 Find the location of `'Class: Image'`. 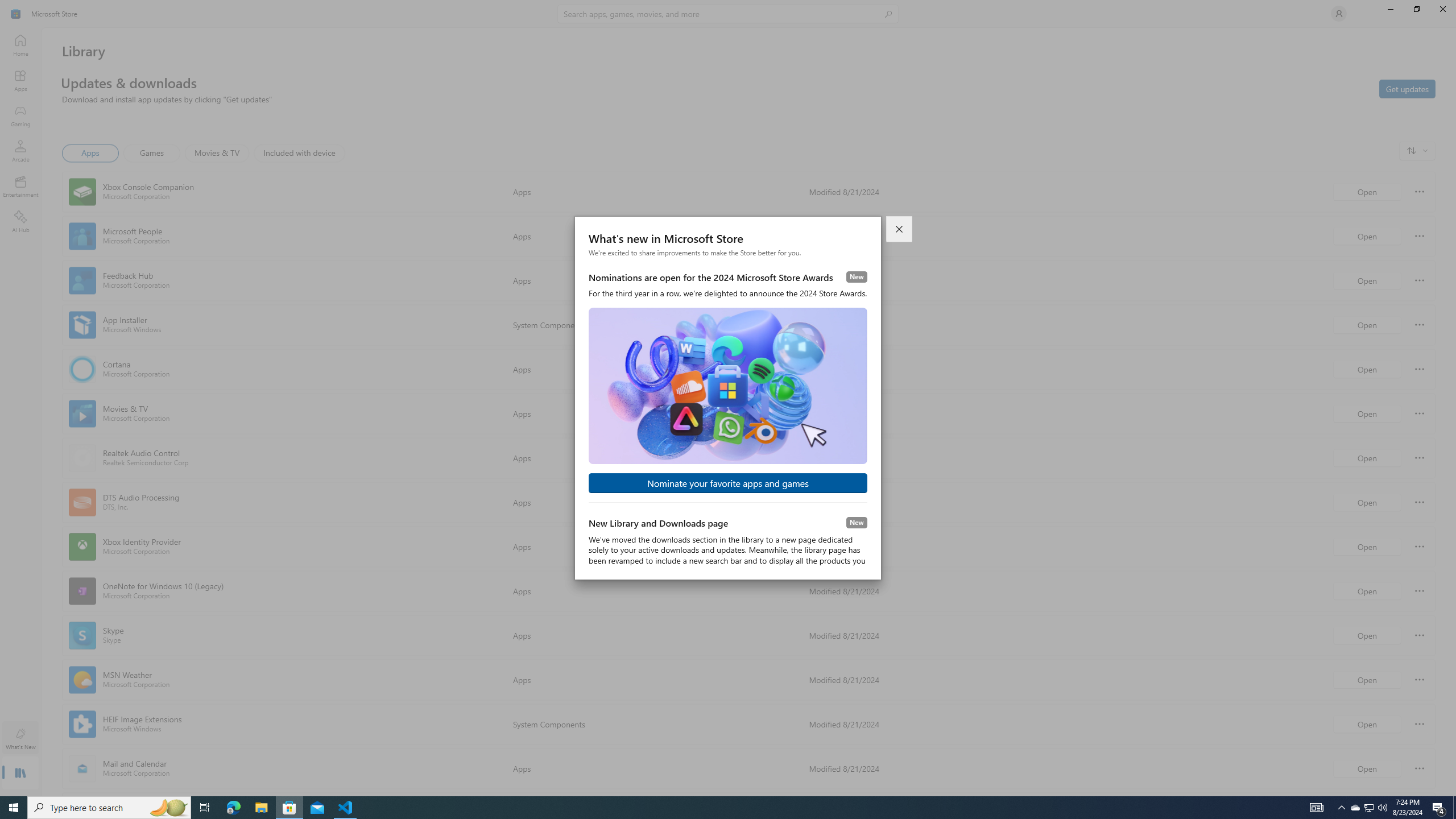

'Class: Image' is located at coordinates (16, 13).